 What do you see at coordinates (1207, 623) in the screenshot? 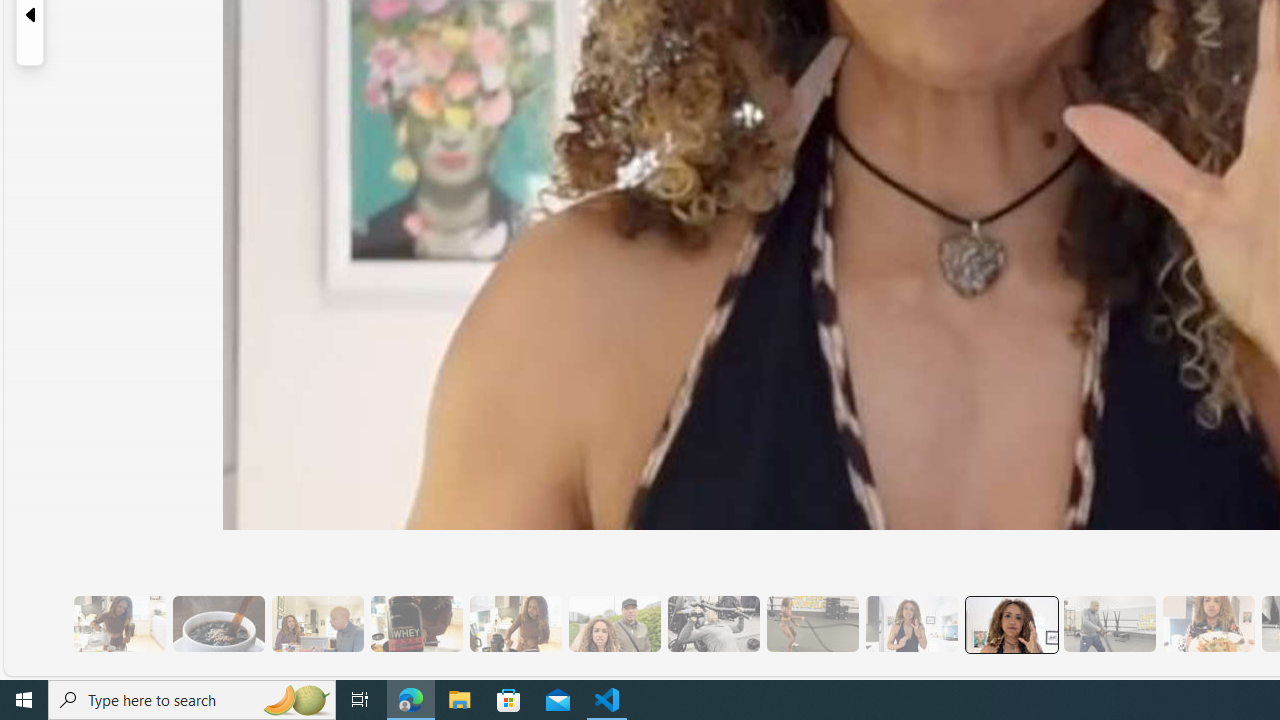
I see `'14 They Have Salmon and Veggies for Dinner'` at bounding box center [1207, 623].